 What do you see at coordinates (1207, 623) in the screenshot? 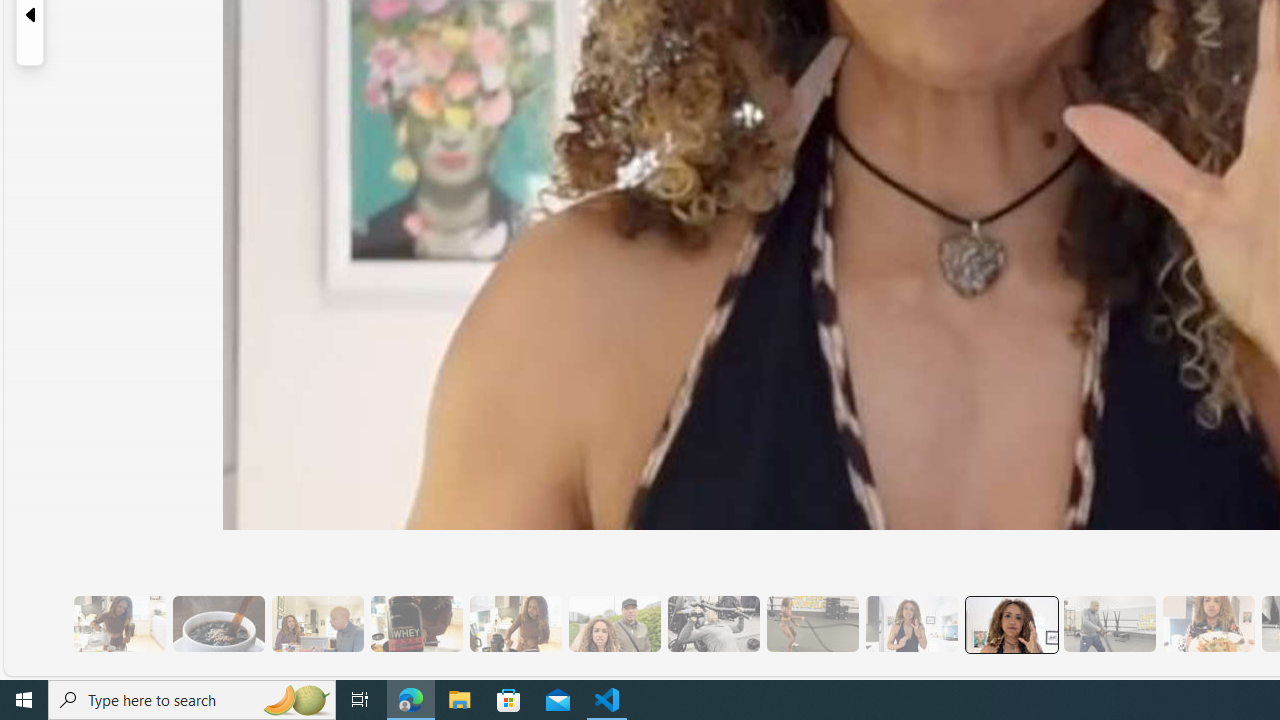
I see `'14 They Have Salmon and Veggies for Dinner'` at bounding box center [1207, 623].